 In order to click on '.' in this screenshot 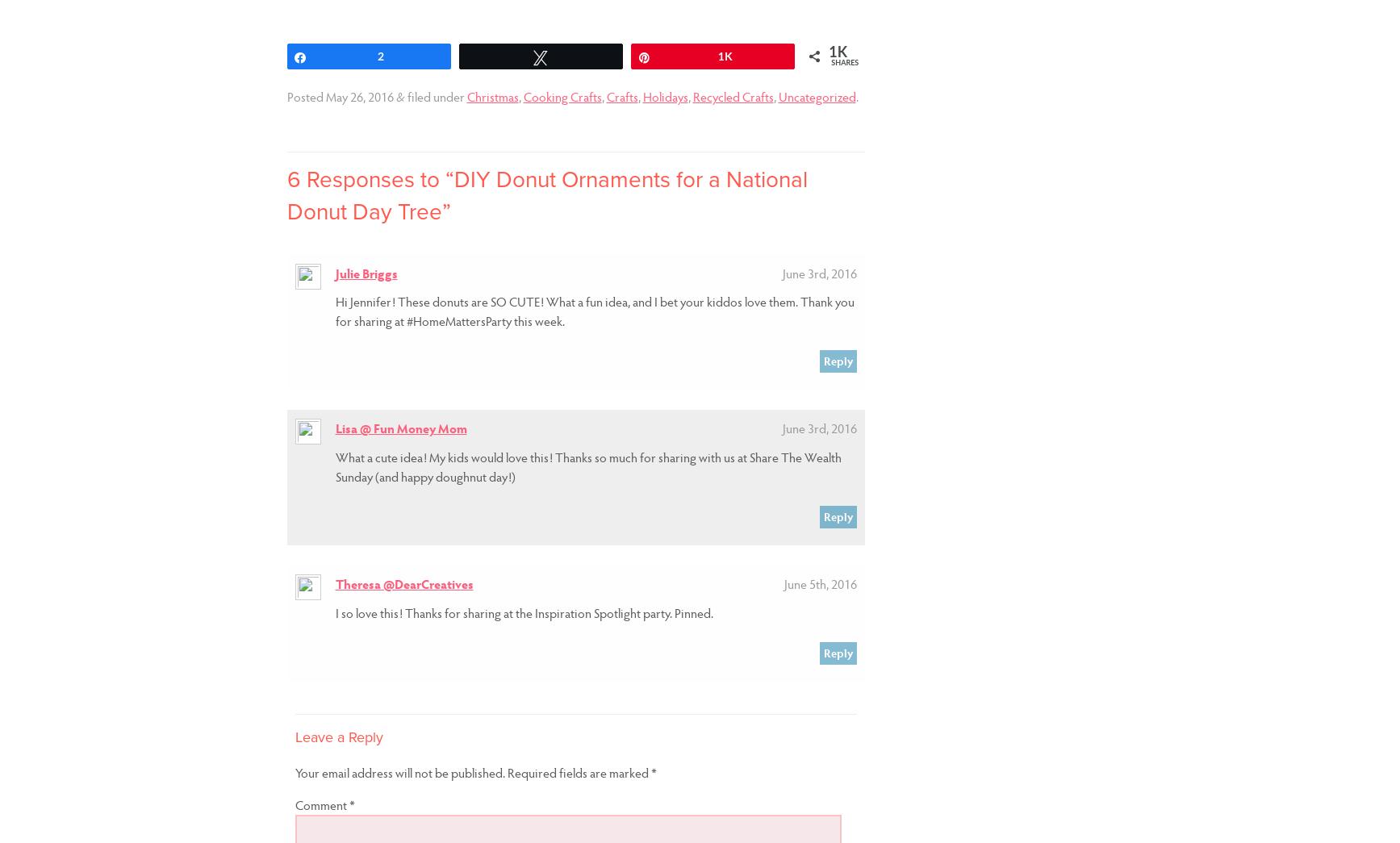, I will do `click(855, 95)`.